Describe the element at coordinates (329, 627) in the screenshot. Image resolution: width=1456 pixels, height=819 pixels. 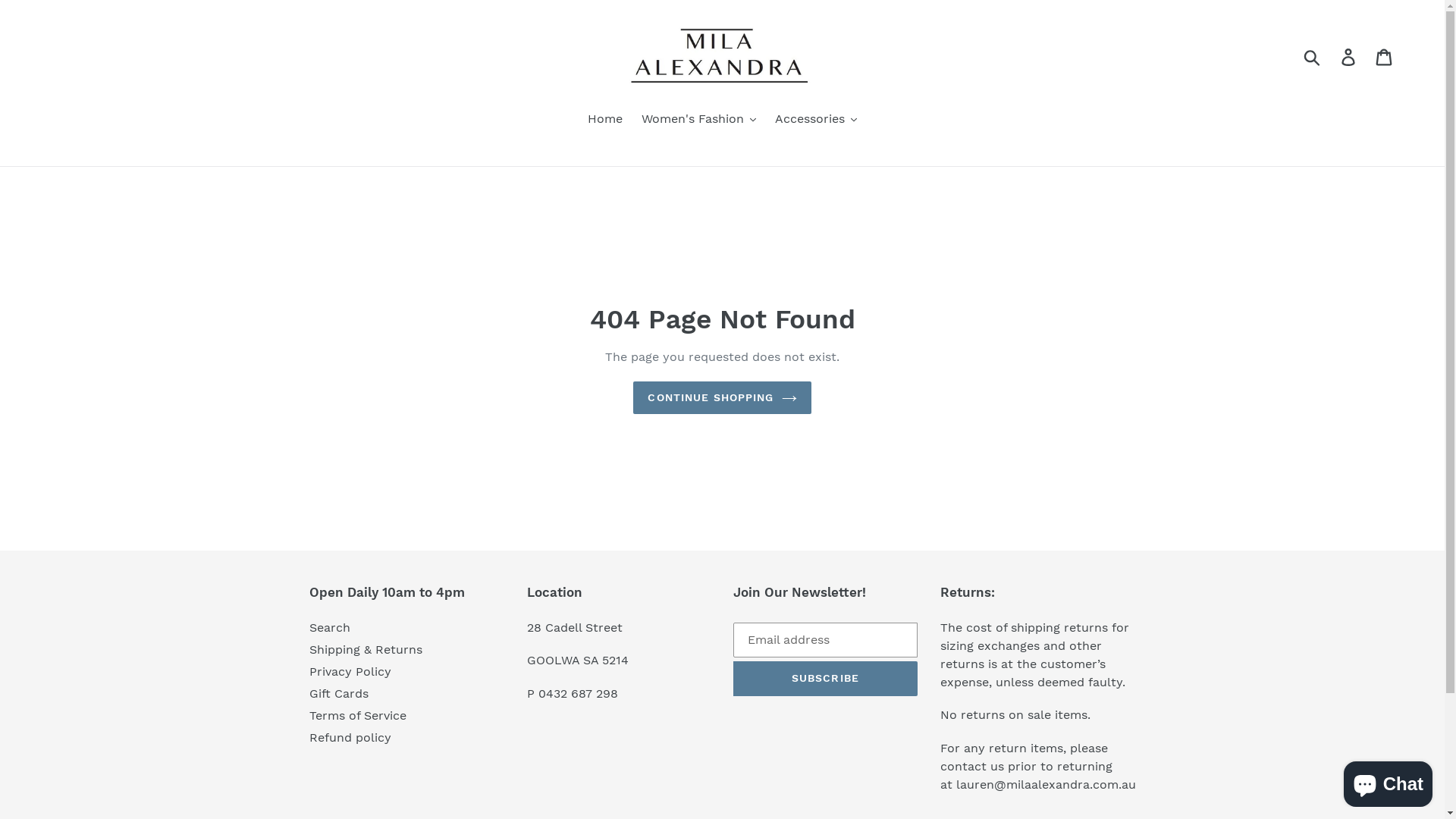
I see `'Search'` at that location.